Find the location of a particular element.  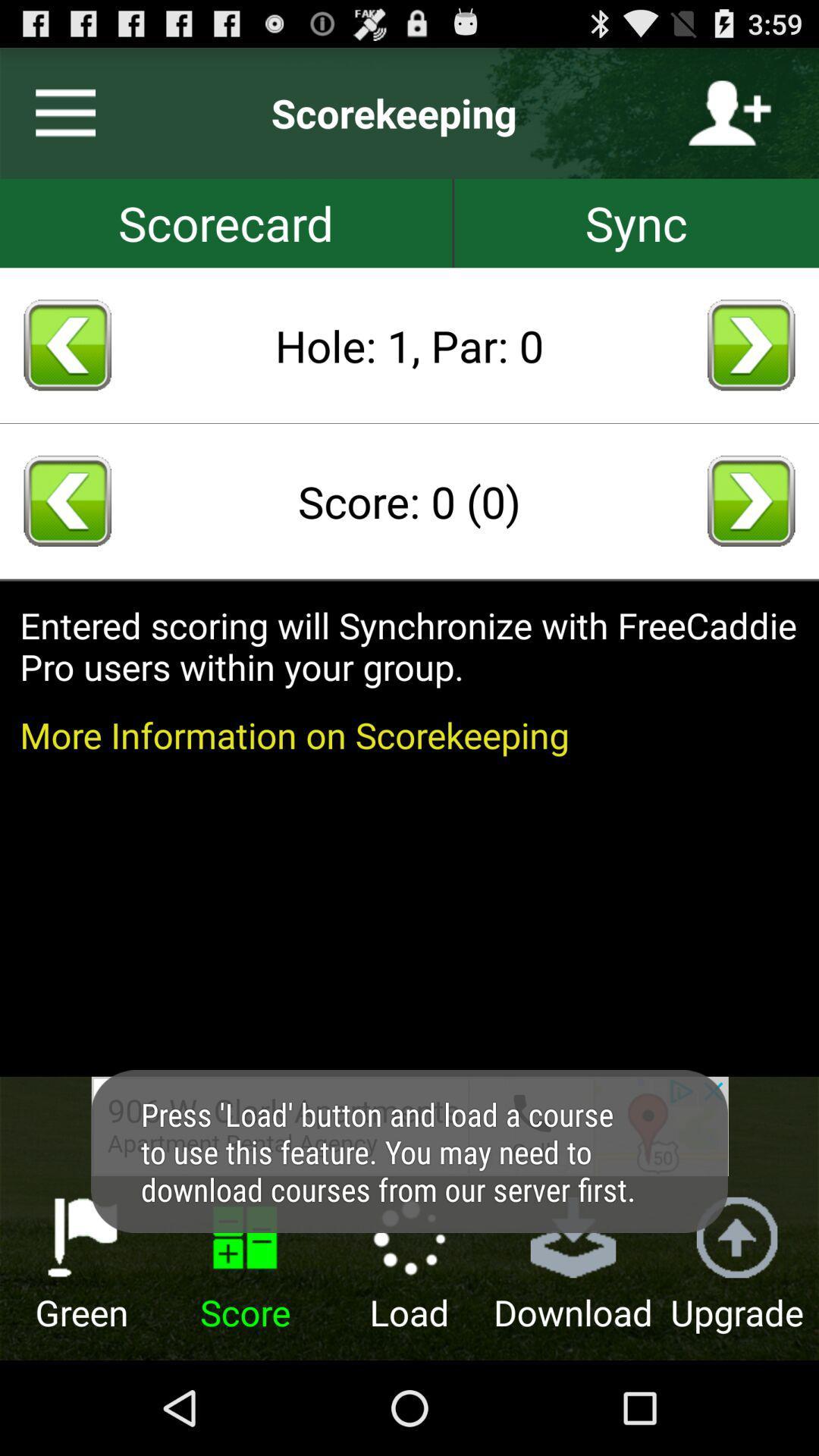

next is located at coordinates (751, 500).